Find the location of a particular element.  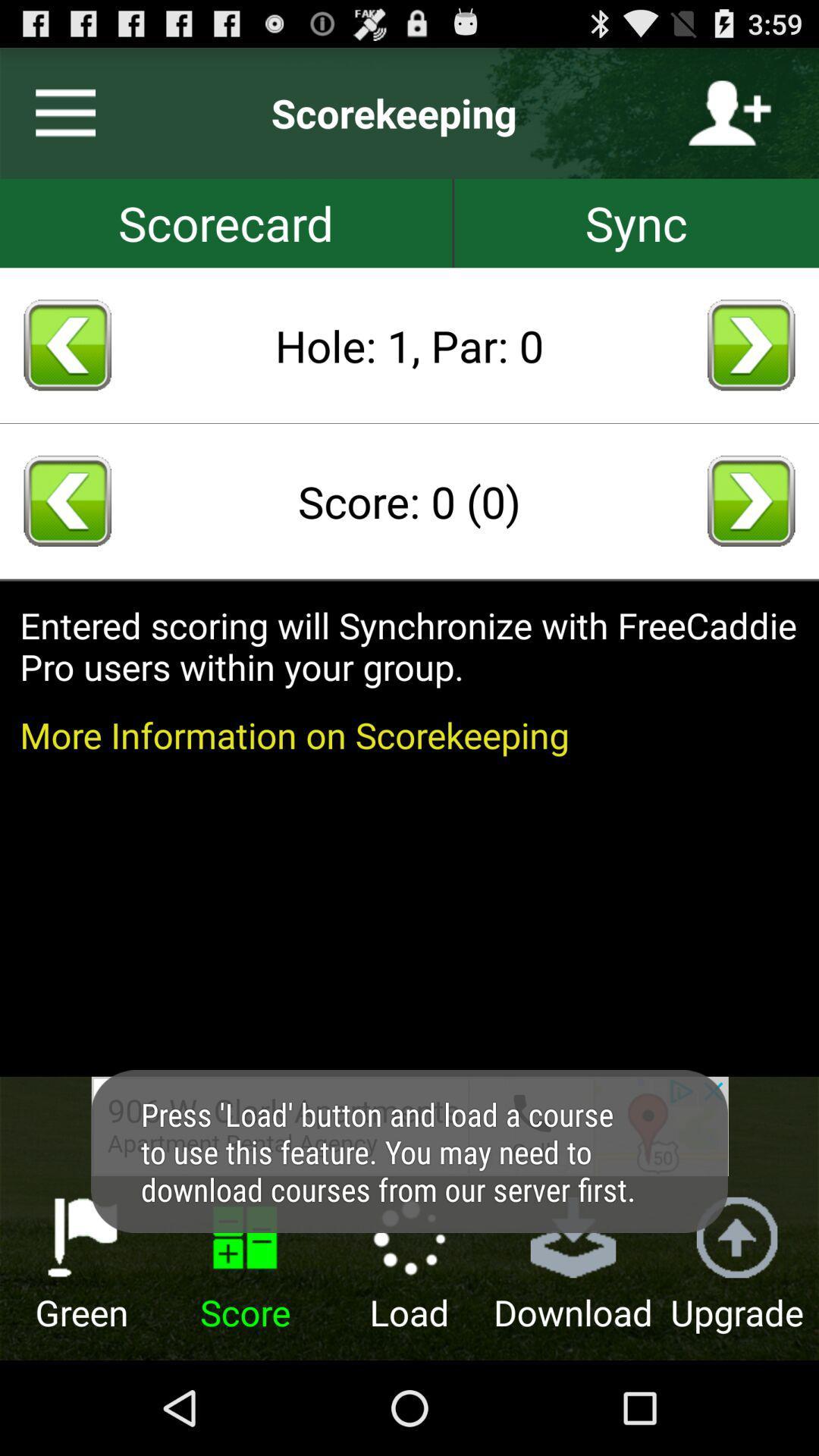

next is located at coordinates (751, 500).